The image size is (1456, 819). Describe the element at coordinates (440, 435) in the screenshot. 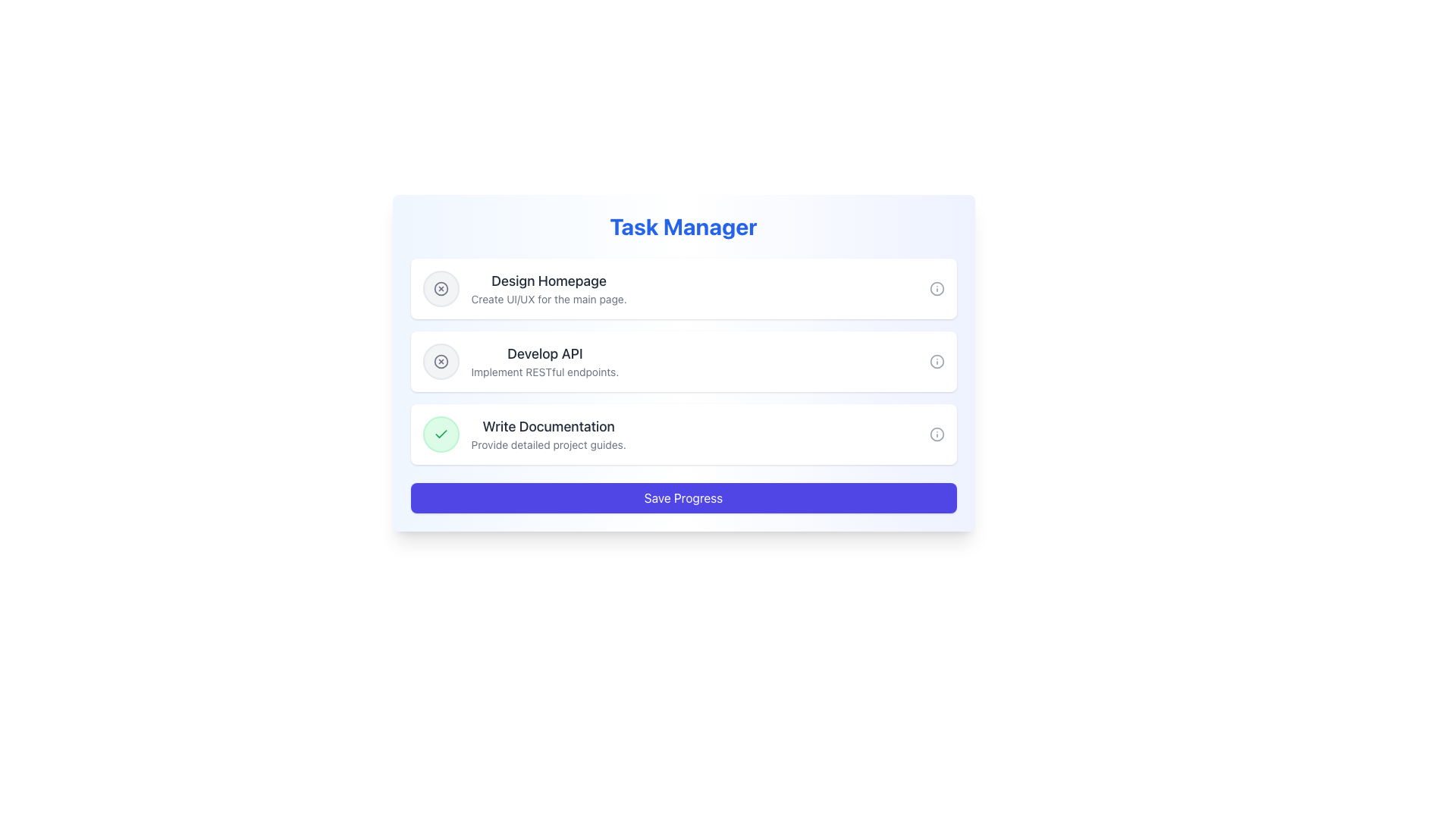

I see `the checkmark icon indicating the completion status of the 'Write Documentation' task, positioned towards the left side of the bottom-most task item in the list` at that location.